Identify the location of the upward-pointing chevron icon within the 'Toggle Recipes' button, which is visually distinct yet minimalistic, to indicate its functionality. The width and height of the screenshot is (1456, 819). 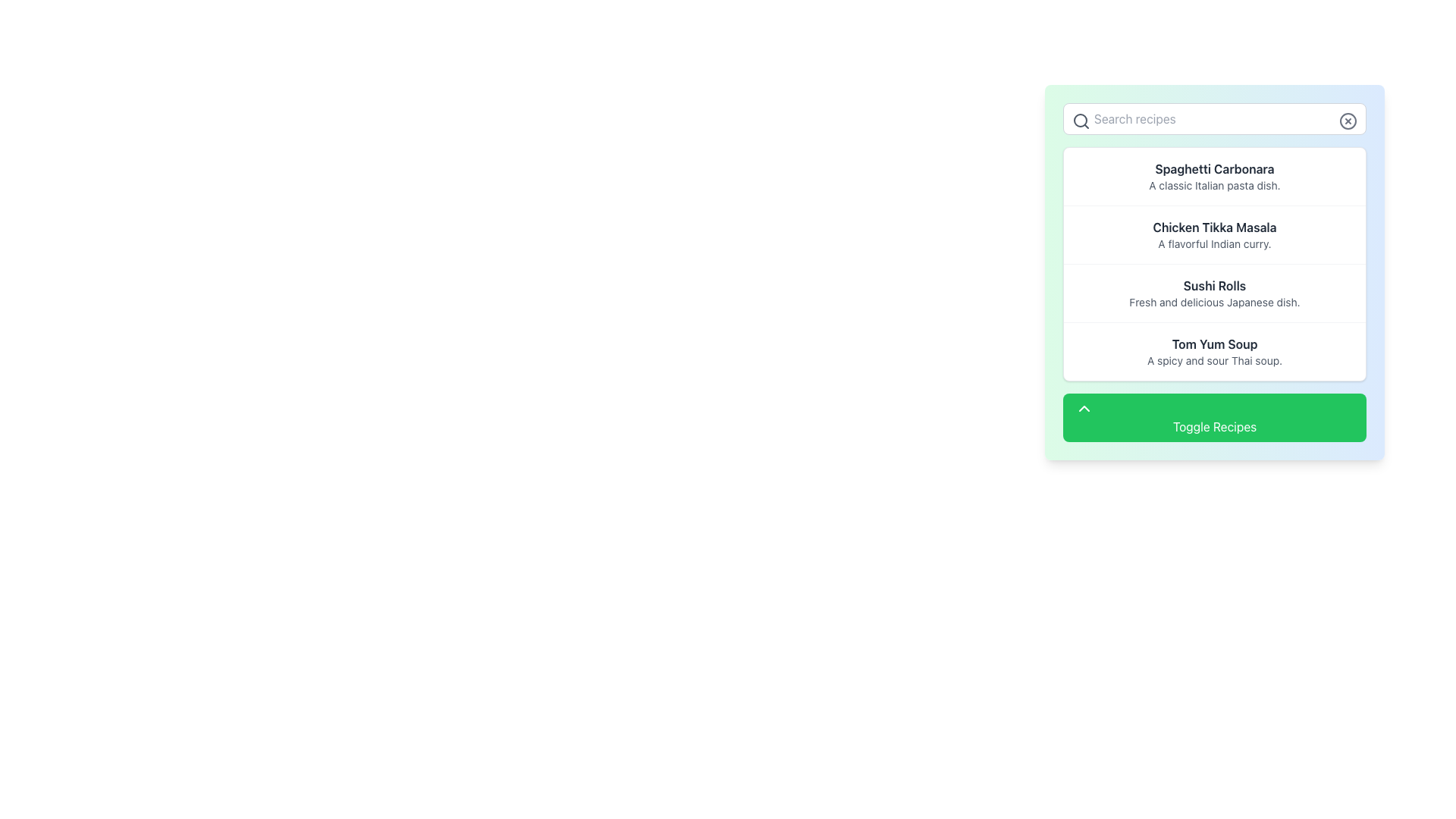
(1084, 408).